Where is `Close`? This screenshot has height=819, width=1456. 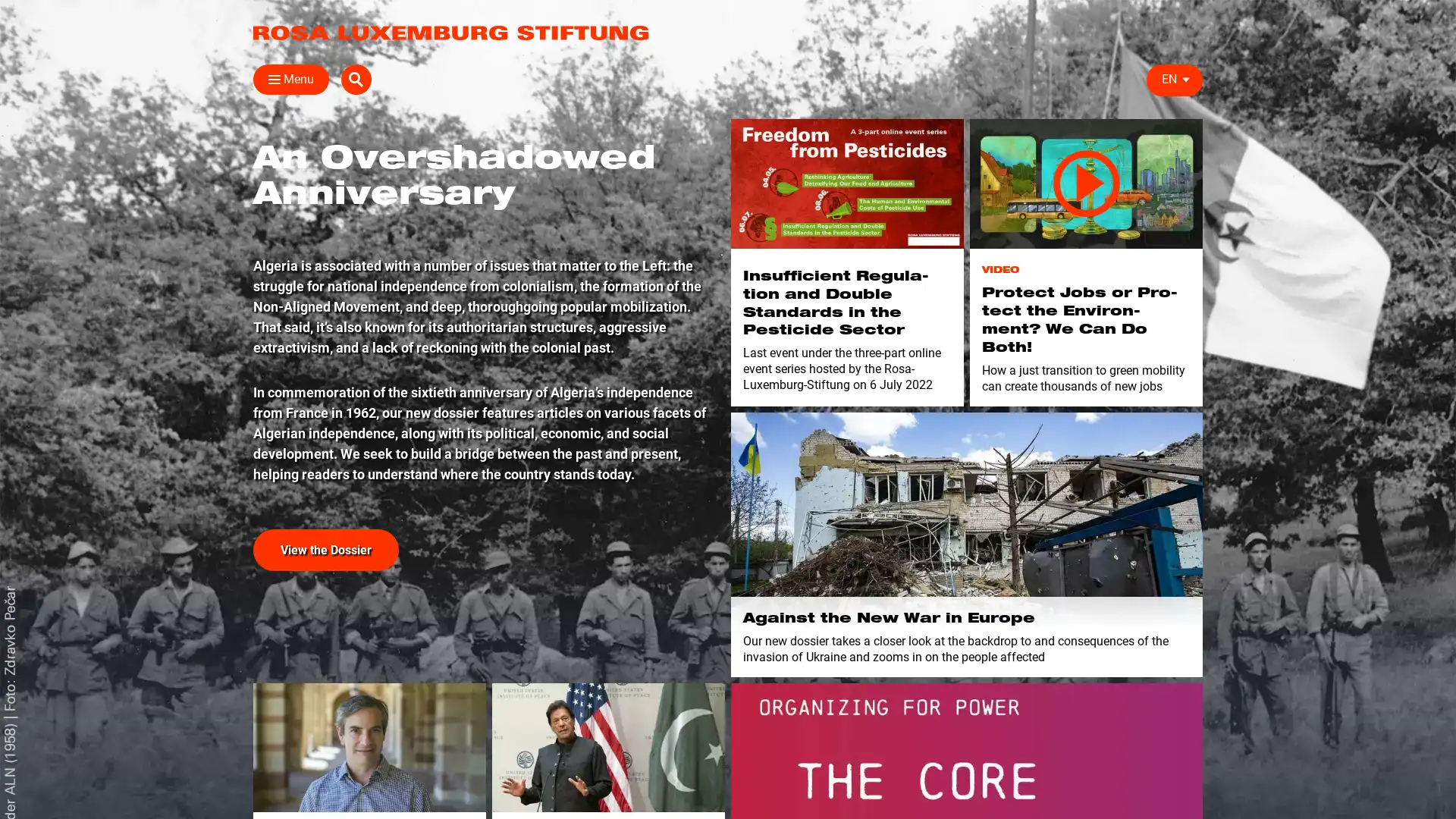 Close is located at coordinates (268, 79).